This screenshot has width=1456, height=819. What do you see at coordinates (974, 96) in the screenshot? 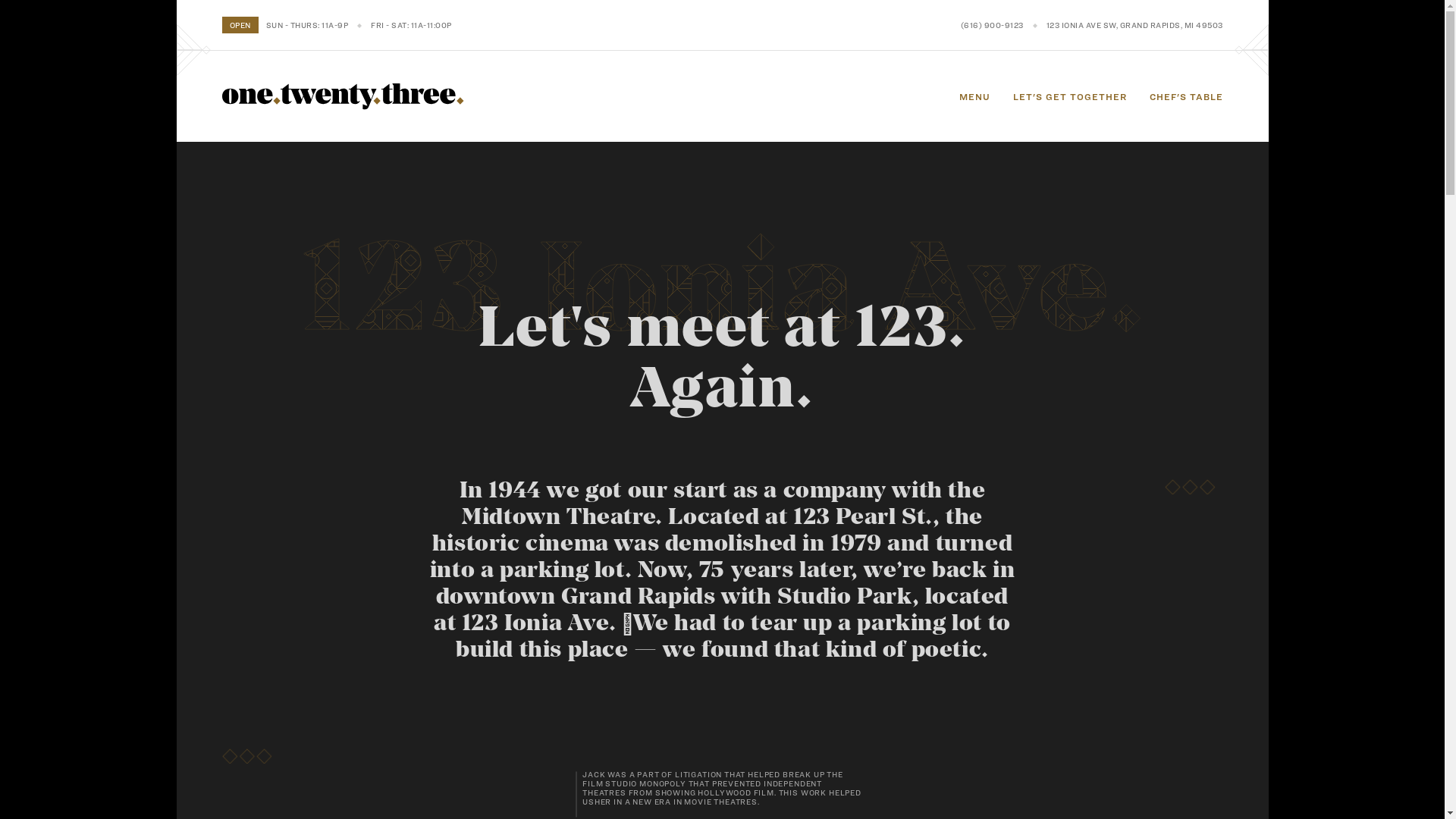
I see `'MENU'` at bounding box center [974, 96].